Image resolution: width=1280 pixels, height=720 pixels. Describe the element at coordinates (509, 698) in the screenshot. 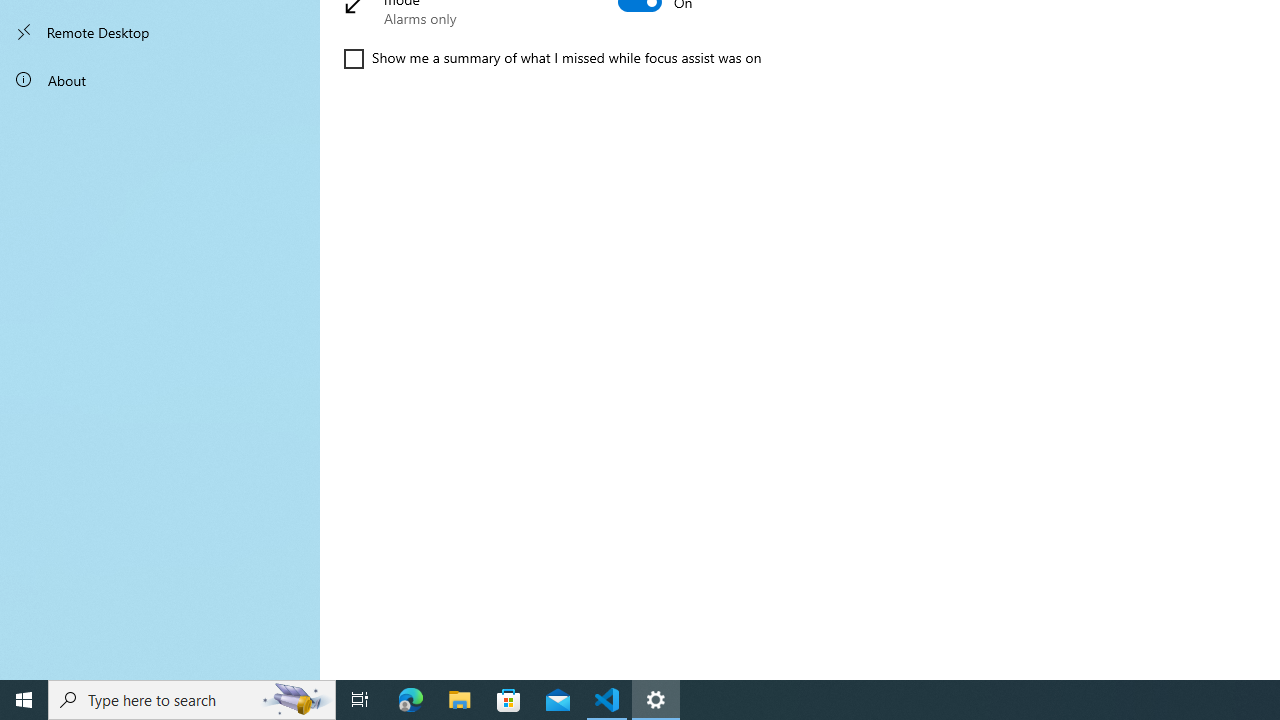

I see `'Microsoft Store'` at that location.